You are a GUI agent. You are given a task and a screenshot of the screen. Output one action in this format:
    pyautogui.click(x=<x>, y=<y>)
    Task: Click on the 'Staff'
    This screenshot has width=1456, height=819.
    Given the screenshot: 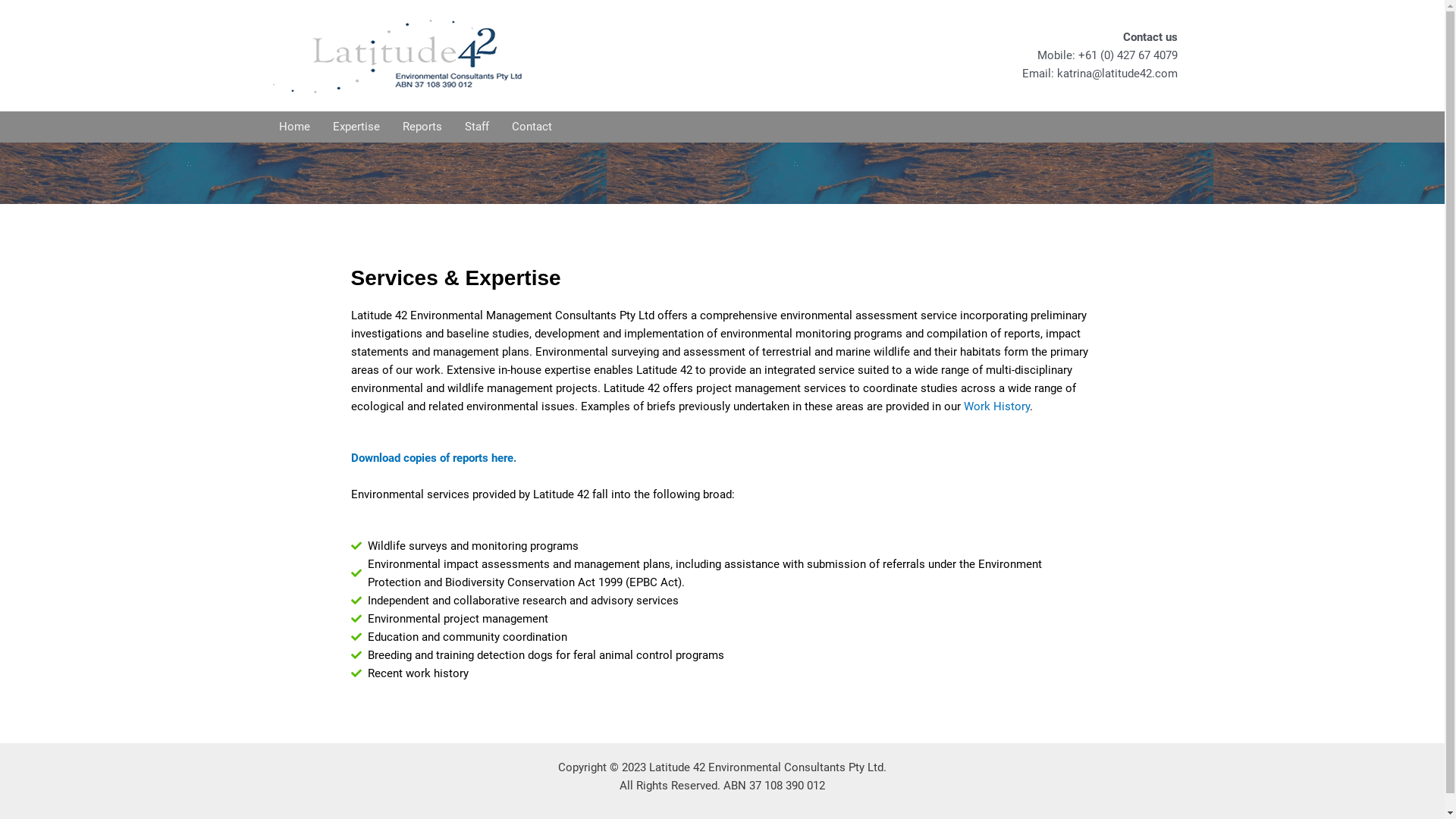 What is the action you would take?
    pyautogui.click(x=475, y=125)
    